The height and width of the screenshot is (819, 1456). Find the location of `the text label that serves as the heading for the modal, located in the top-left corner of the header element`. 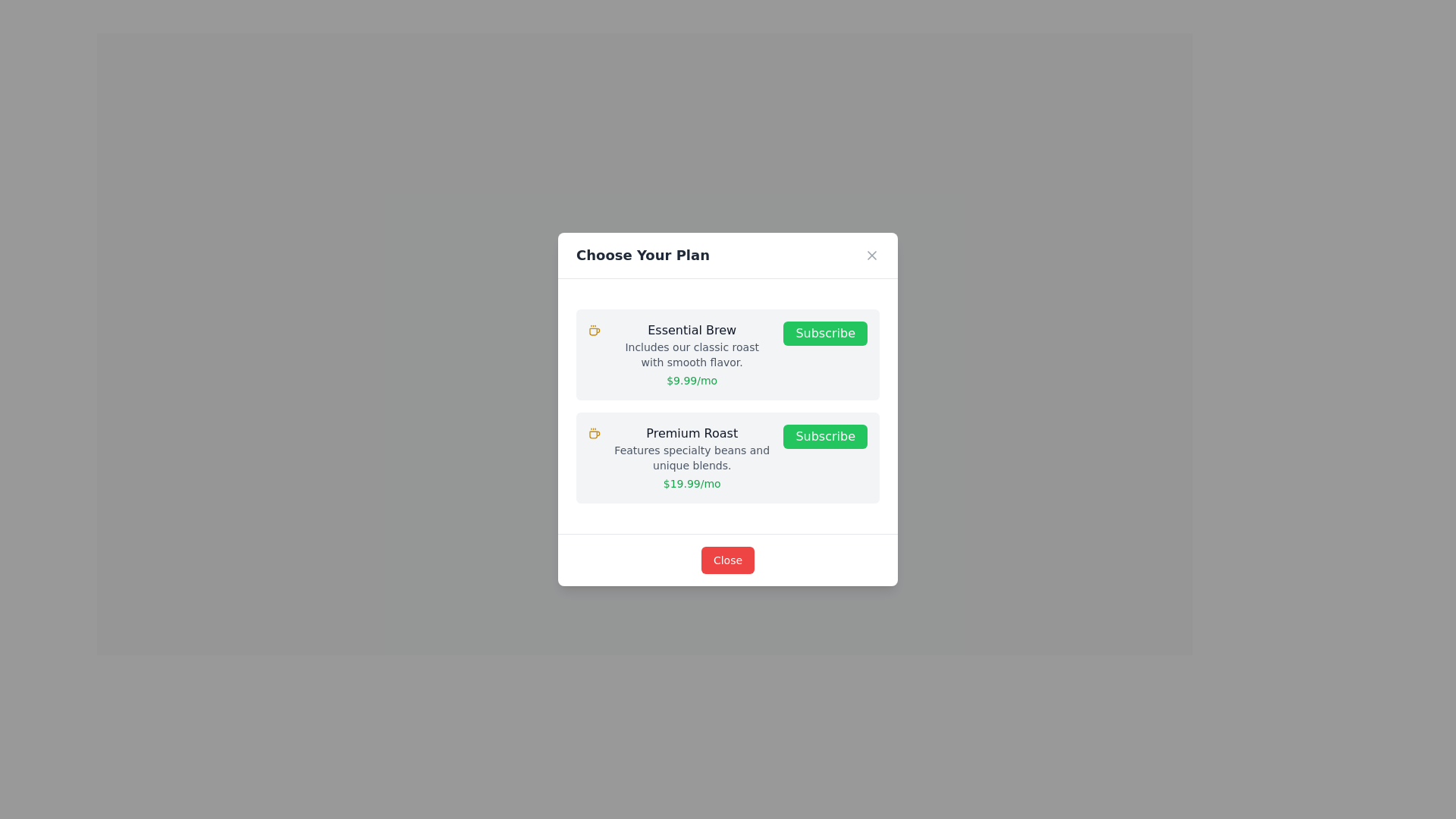

the text label that serves as the heading for the modal, located in the top-left corner of the header element is located at coordinates (643, 254).